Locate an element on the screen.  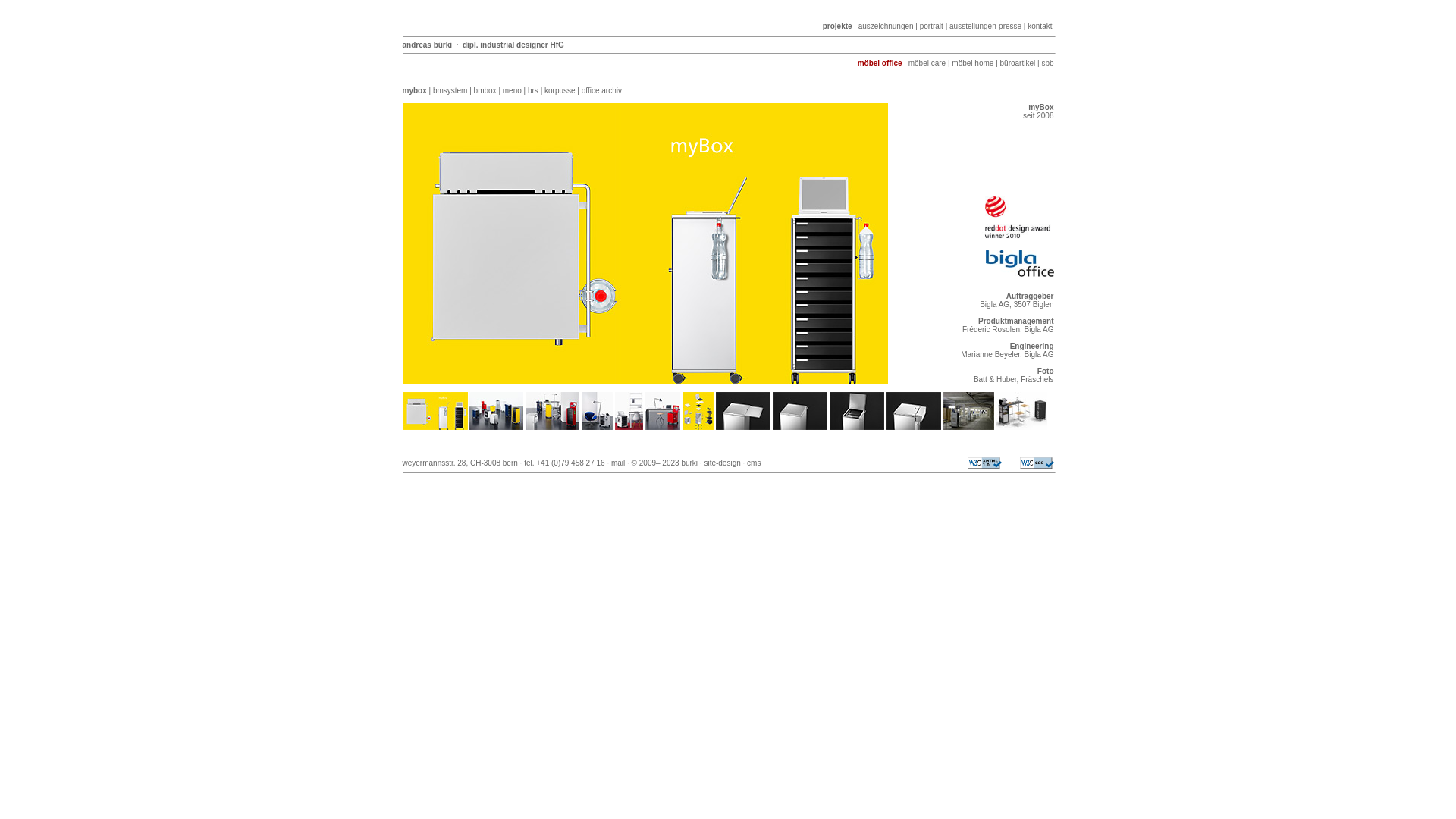
'kontakt' is located at coordinates (1039, 26).